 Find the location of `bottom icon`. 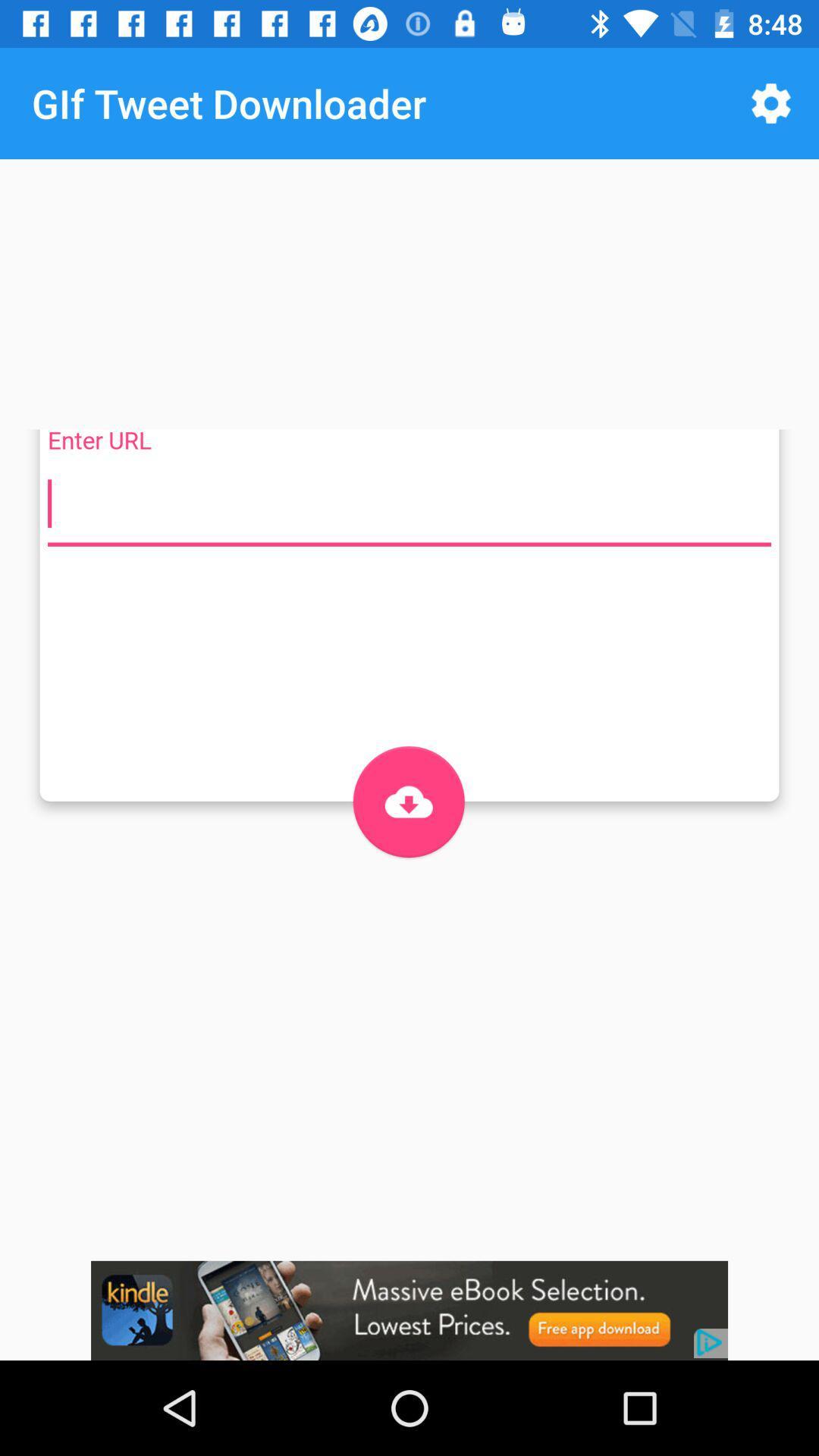

bottom icon is located at coordinates (408, 801).